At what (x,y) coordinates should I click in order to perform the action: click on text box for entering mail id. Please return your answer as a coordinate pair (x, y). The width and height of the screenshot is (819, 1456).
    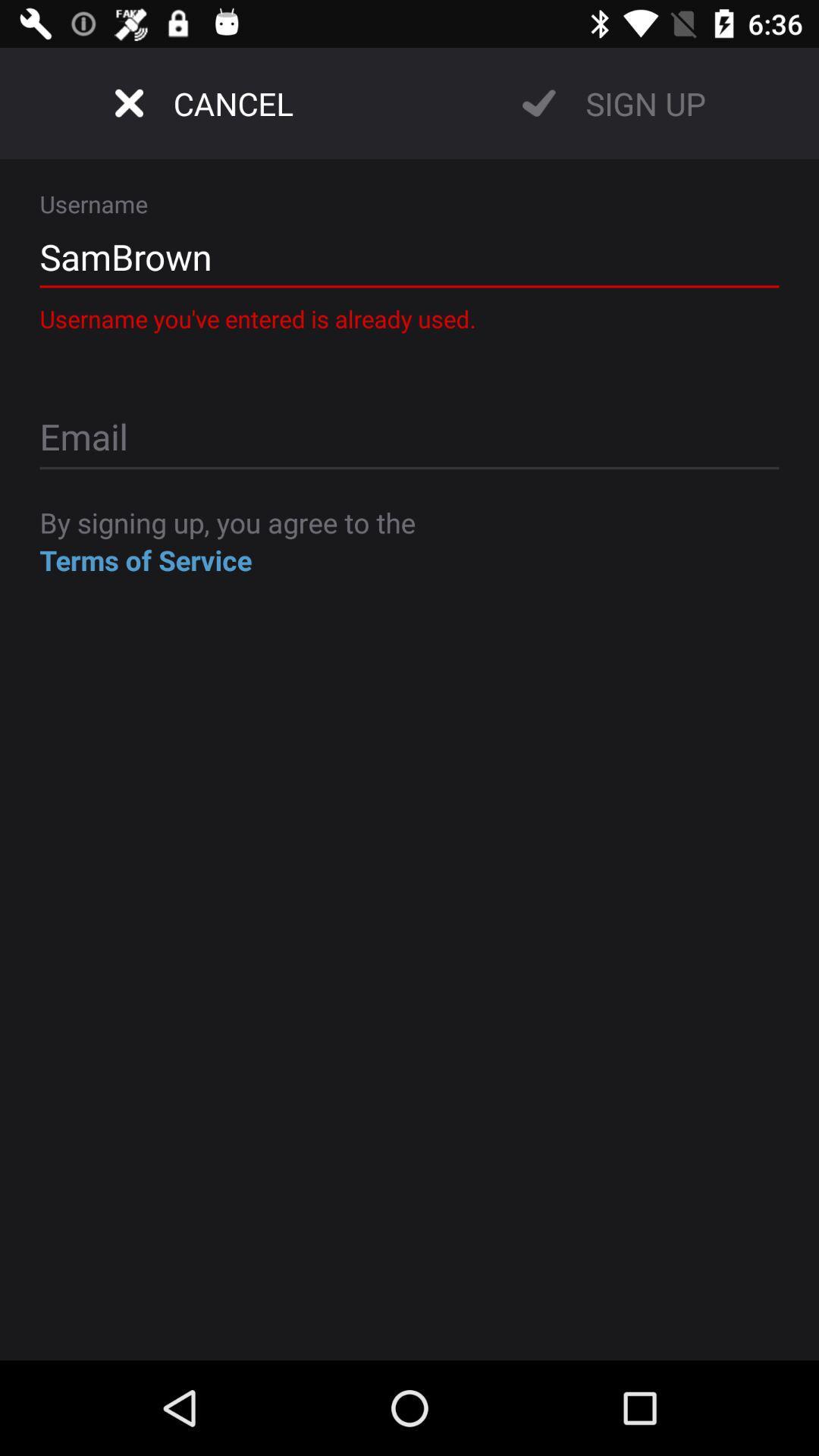
    Looking at the image, I should click on (409, 438).